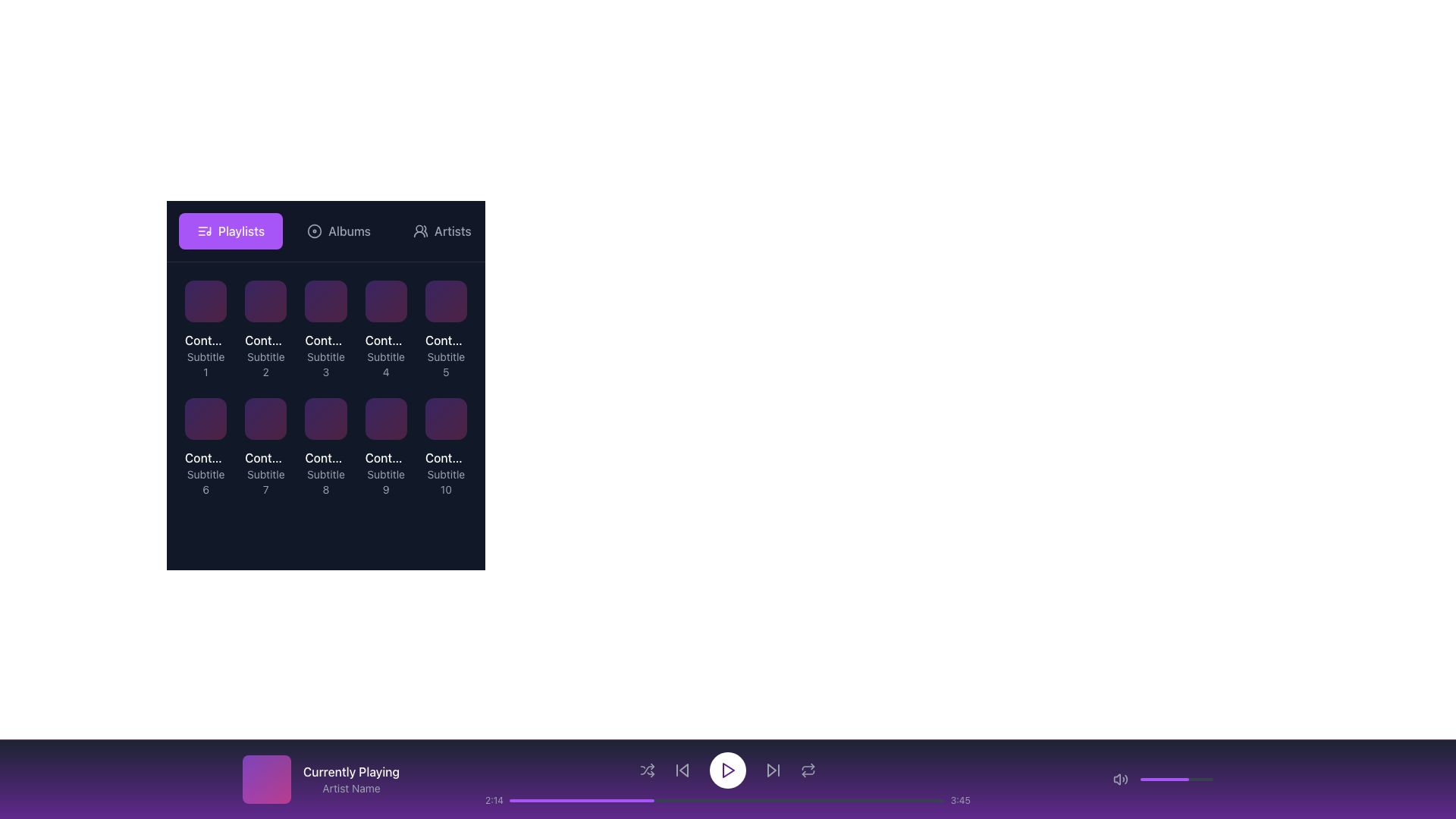  What do you see at coordinates (240, 231) in the screenshot?
I see `text label for the 'Playlists' navigation button, which indicates its purpose for accessing Playlist-related data` at bounding box center [240, 231].